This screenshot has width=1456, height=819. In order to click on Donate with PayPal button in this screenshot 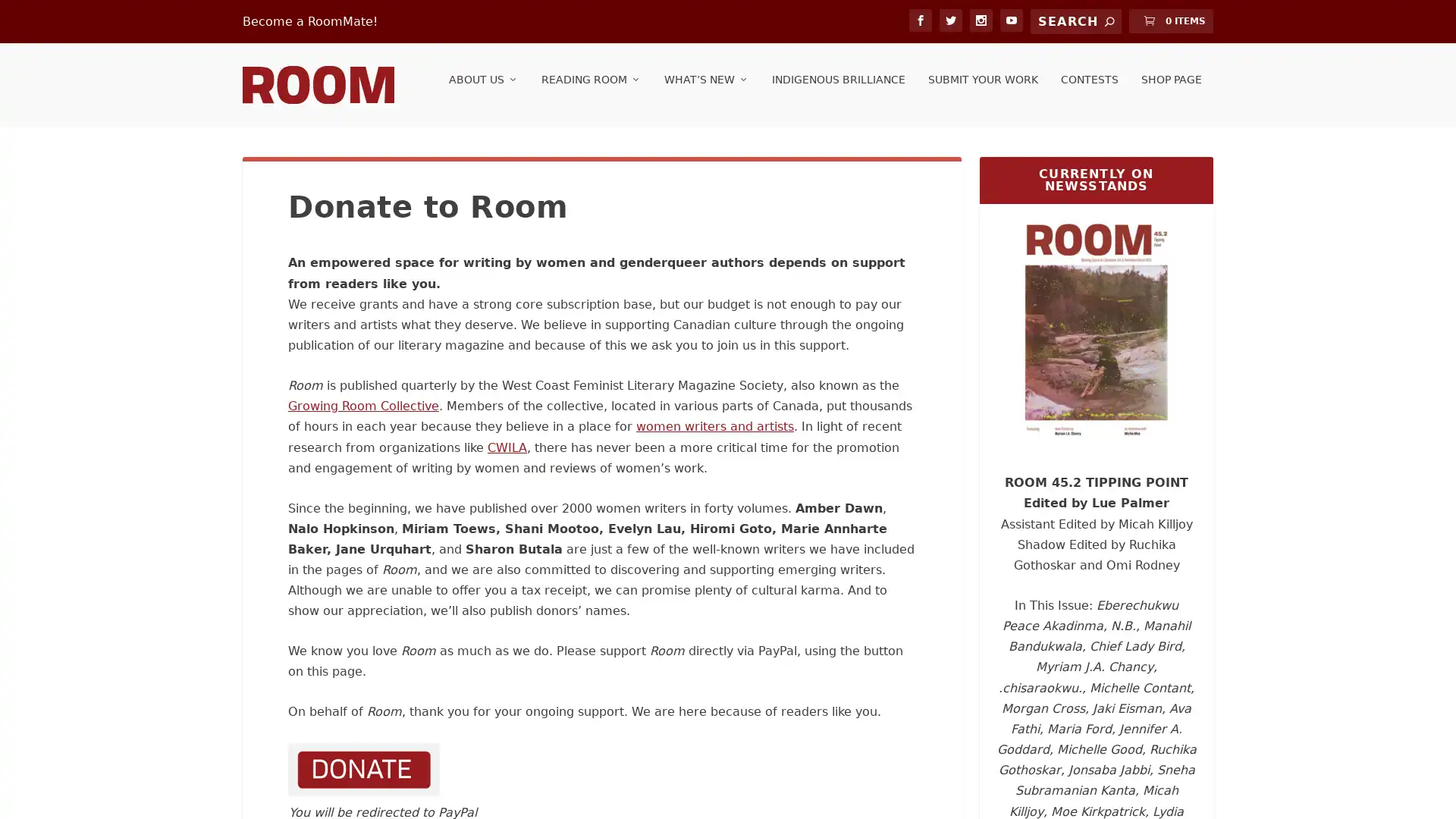, I will do `click(364, 780)`.